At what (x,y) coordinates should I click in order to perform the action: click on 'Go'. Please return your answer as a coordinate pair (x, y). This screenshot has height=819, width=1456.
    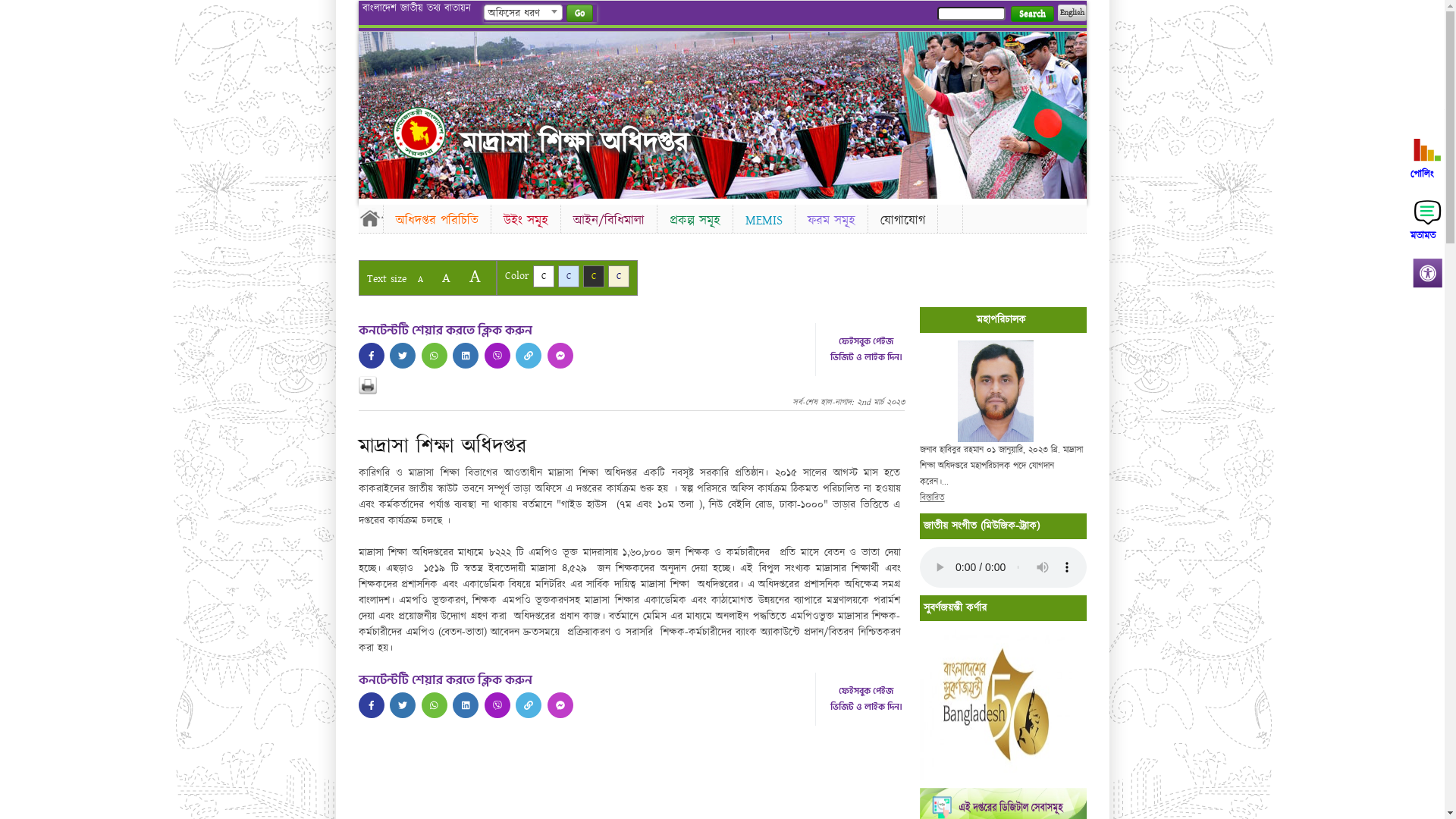
    Looking at the image, I should click on (564, 13).